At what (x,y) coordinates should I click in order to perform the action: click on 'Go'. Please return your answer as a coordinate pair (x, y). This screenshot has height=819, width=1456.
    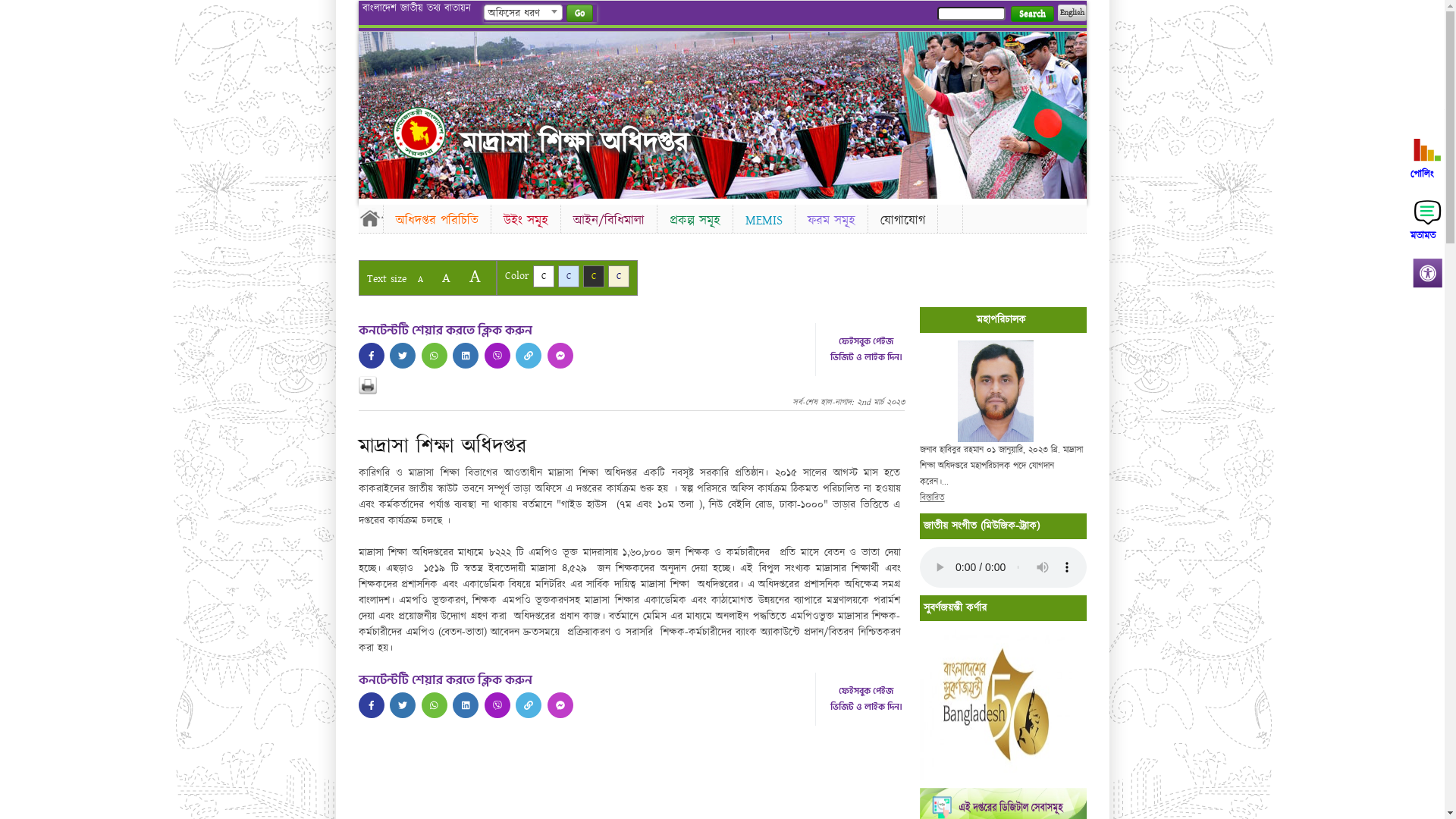
    Looking at the image, I should click on (564, 13).